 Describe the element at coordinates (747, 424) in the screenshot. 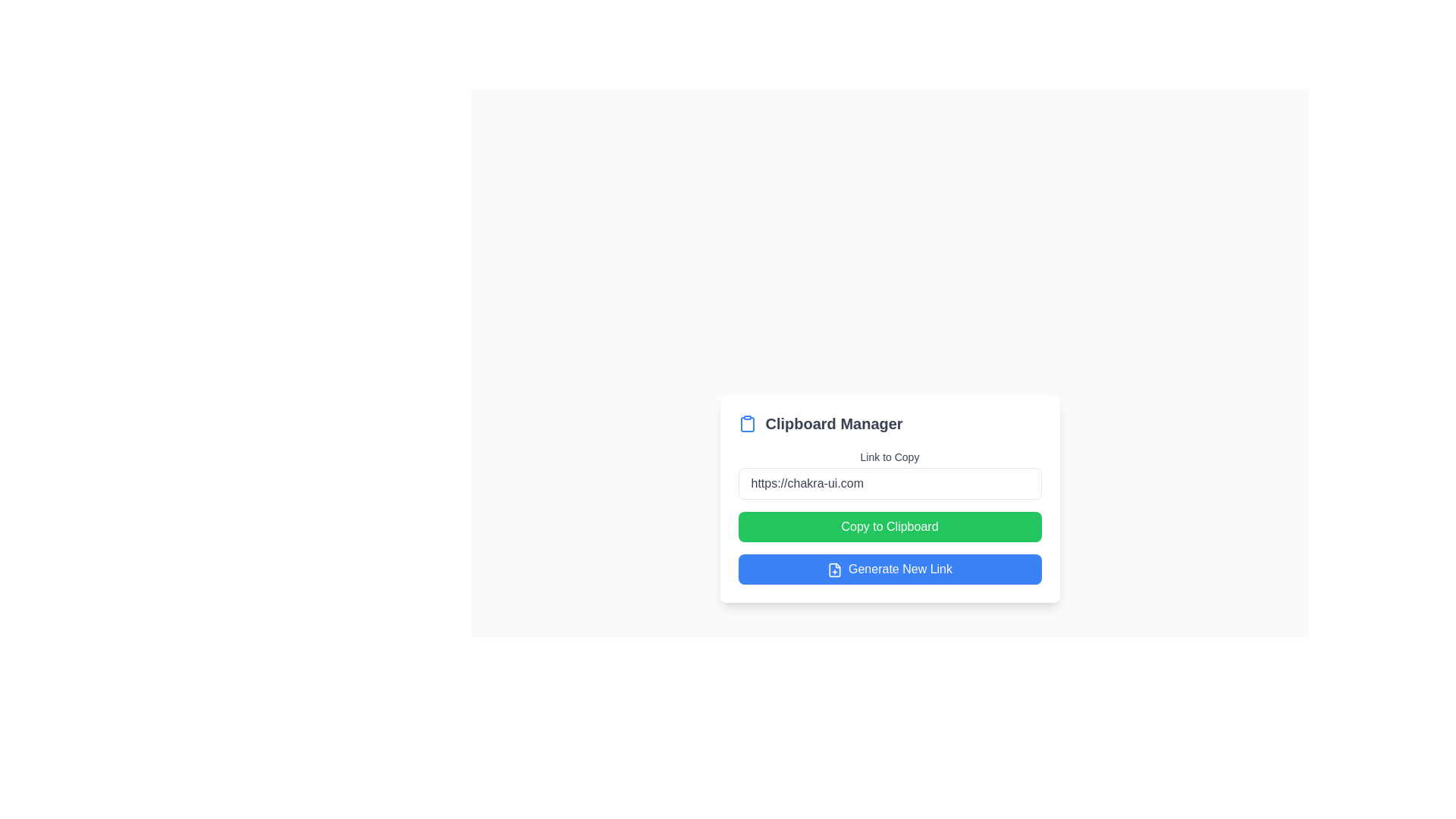

I see `clipboard icon, which is a blue rectangular icon with a handle, located to the left of the 'Clipboard Manager' text` at that location.